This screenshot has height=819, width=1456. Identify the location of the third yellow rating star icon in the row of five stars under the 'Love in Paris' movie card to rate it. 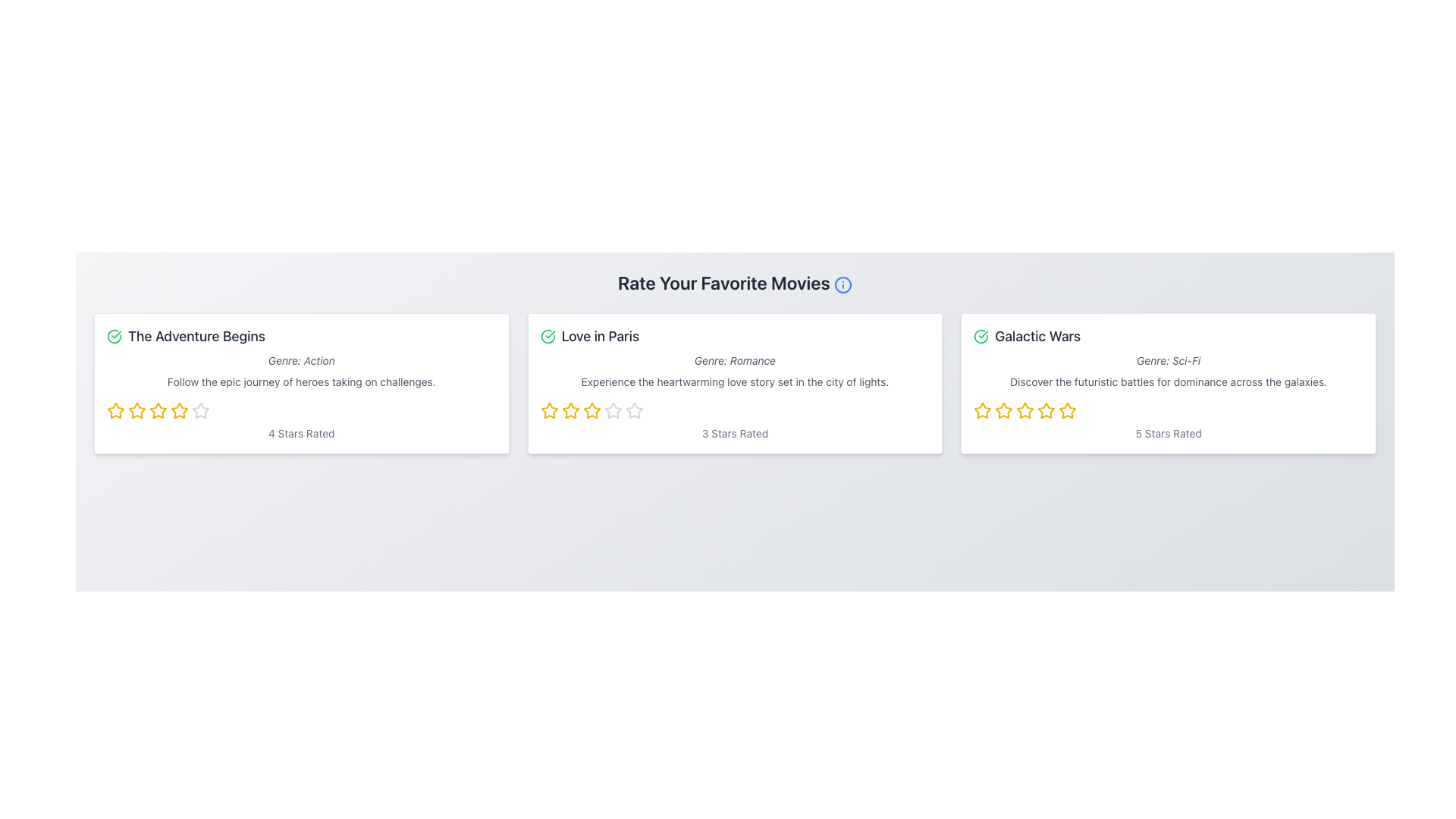
(570, 411).